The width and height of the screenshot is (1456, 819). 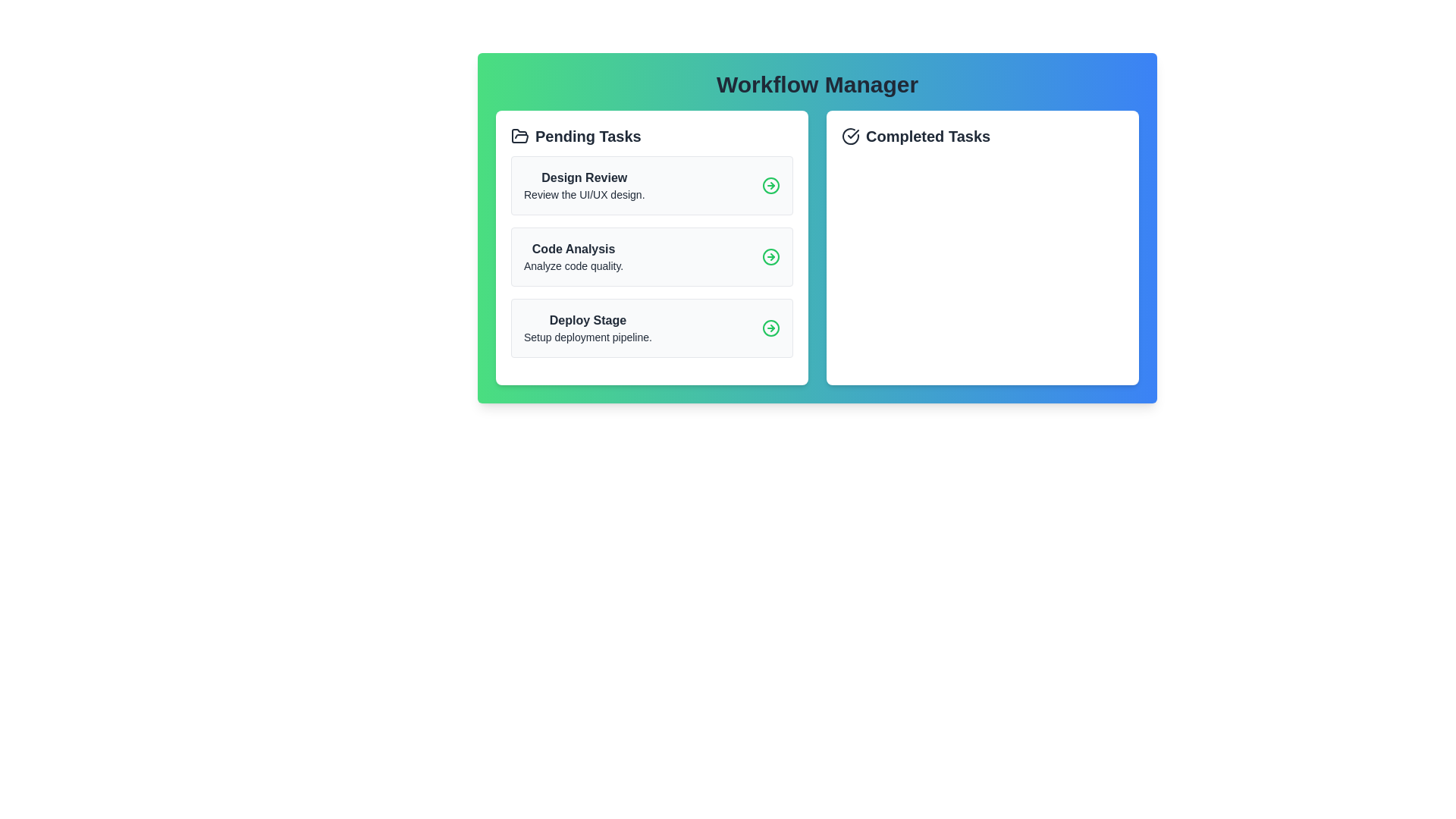 What do you see at coordinates (520, 135) in the screenshot?
I see `the open folder icon located in the 'Pending Tasks' section header, which is the leftmost component in the title bar` at bounding box center [520, 135].